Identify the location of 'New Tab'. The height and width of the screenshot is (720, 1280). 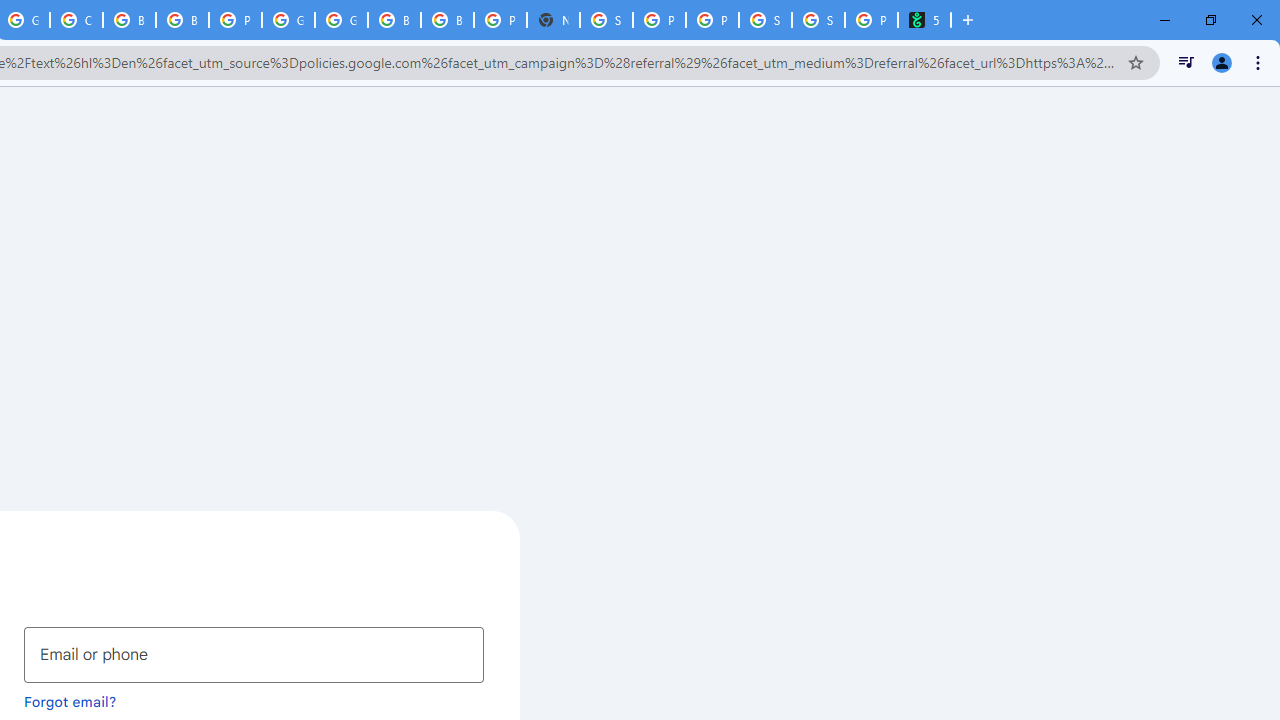
(553, 20).